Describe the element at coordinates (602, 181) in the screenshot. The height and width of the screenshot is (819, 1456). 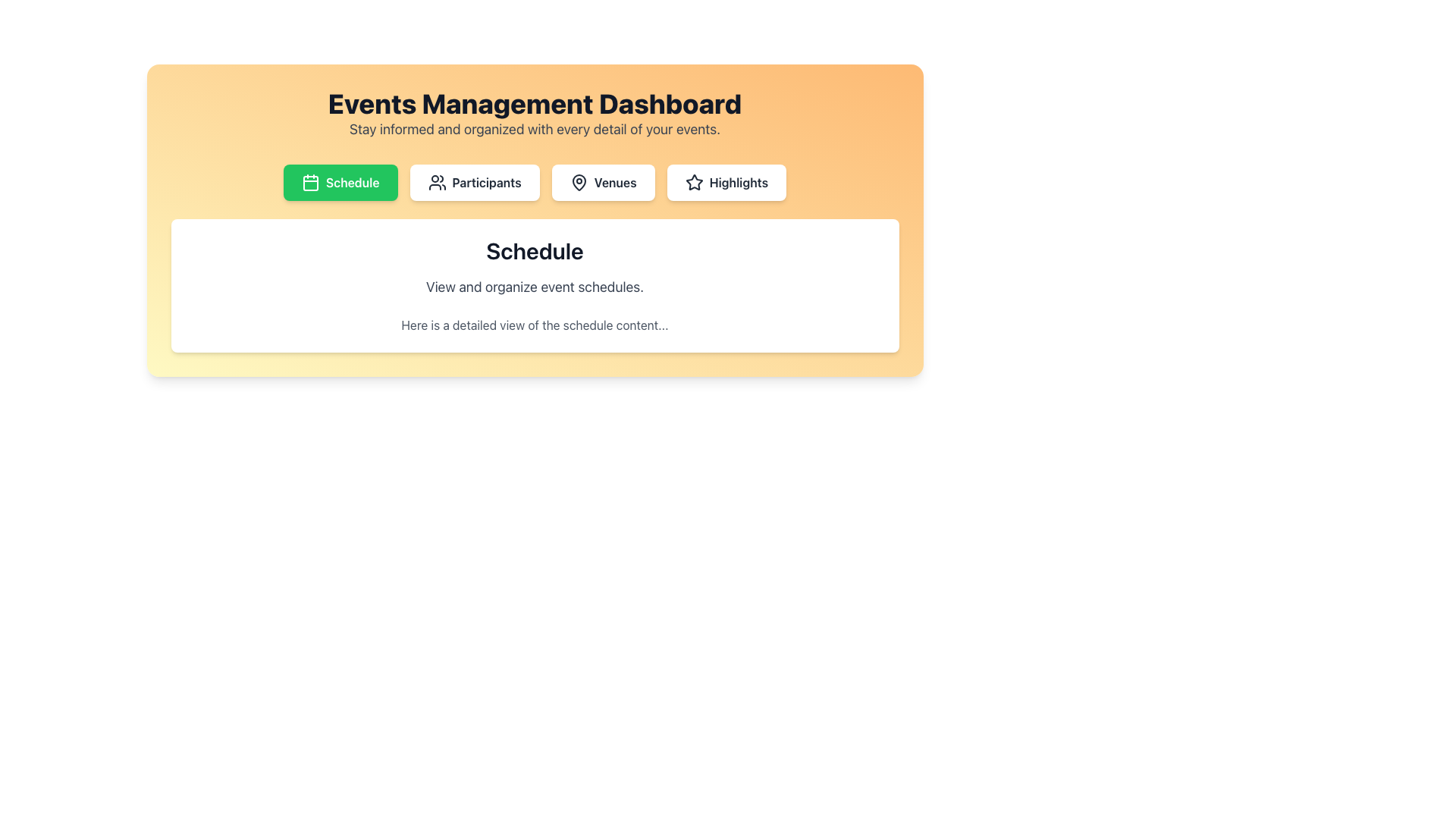
I see `the 'Venues' button, which is a rectangular button with rounded corners, white background, and dark gray map pin icon, located third from the left in the button row under 'Events Management Dashboard'` at that location.